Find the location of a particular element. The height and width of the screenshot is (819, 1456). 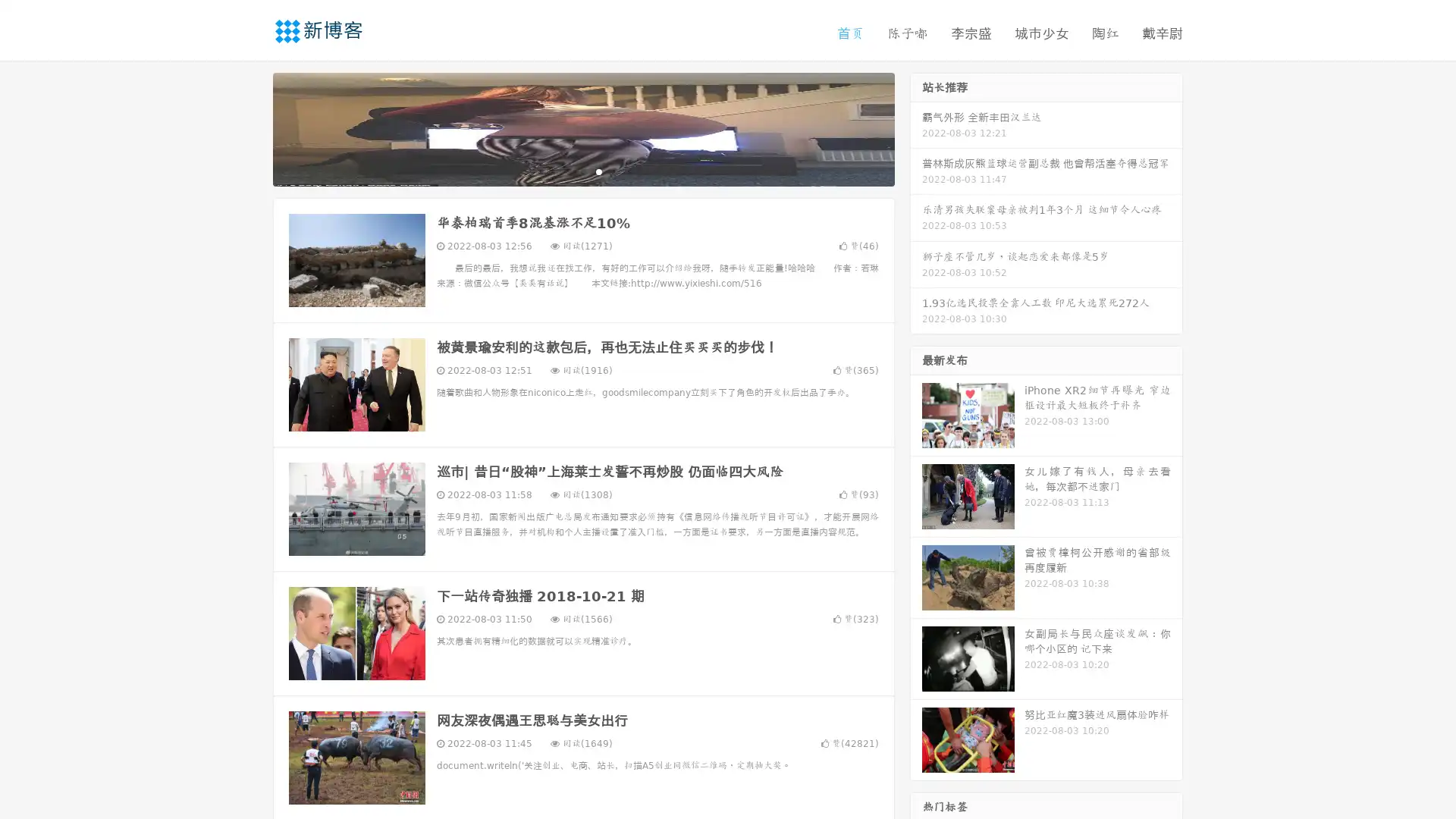

Go to slide 1 is located at coordinates (567, 171).